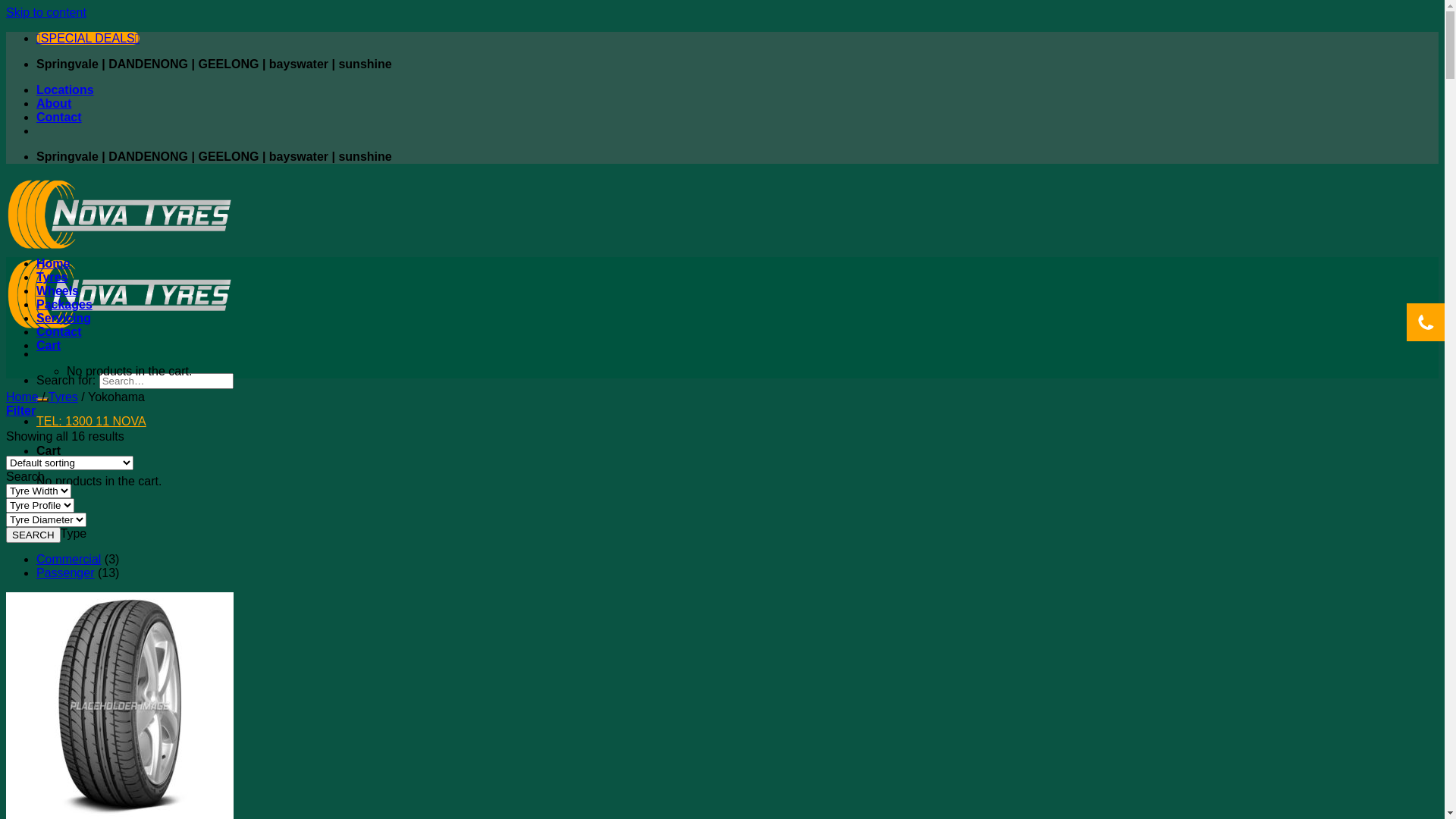  I want to click on 'Wheels', so click(36, 290).